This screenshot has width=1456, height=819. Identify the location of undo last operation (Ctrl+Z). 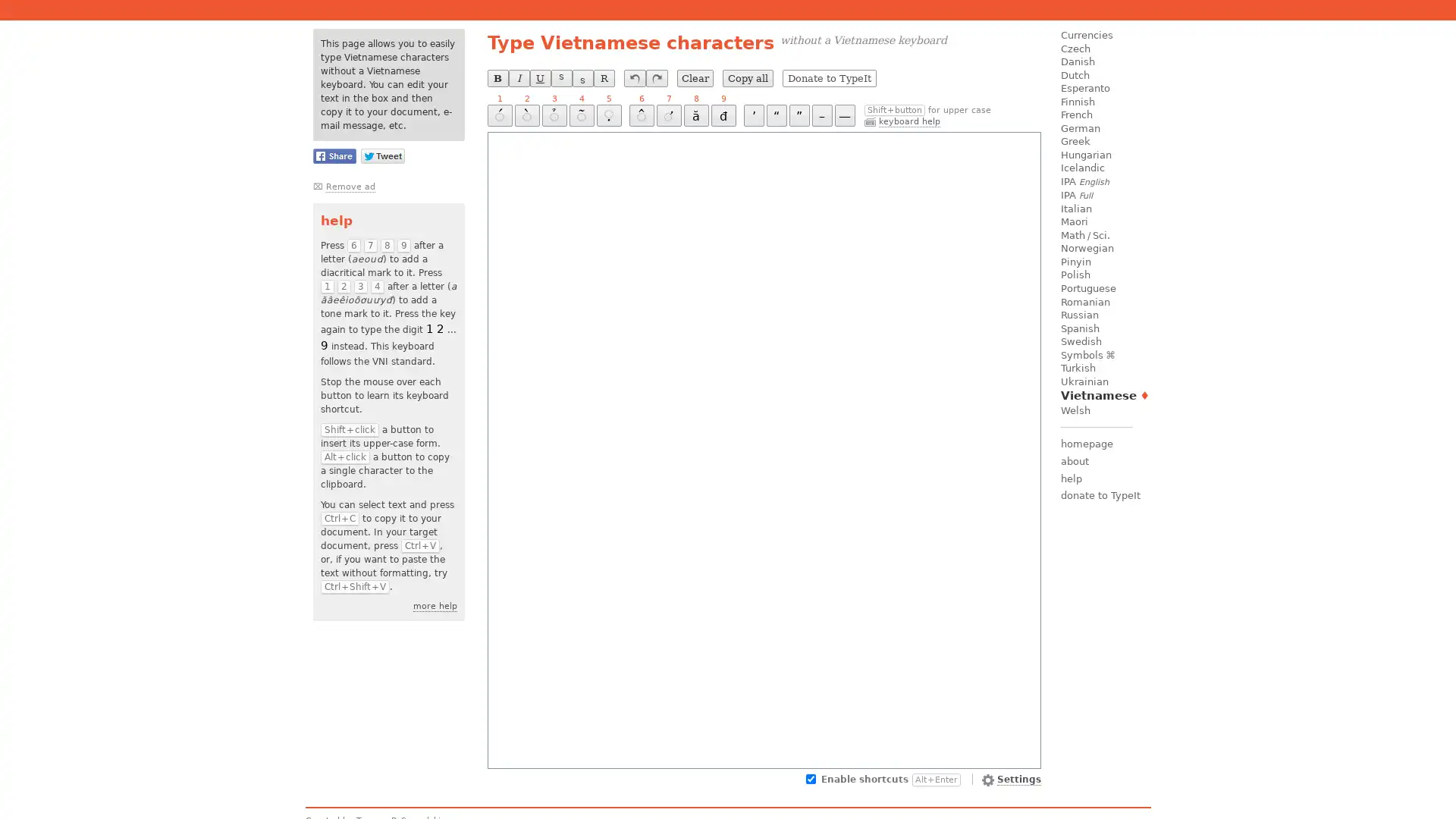
(634, 78).